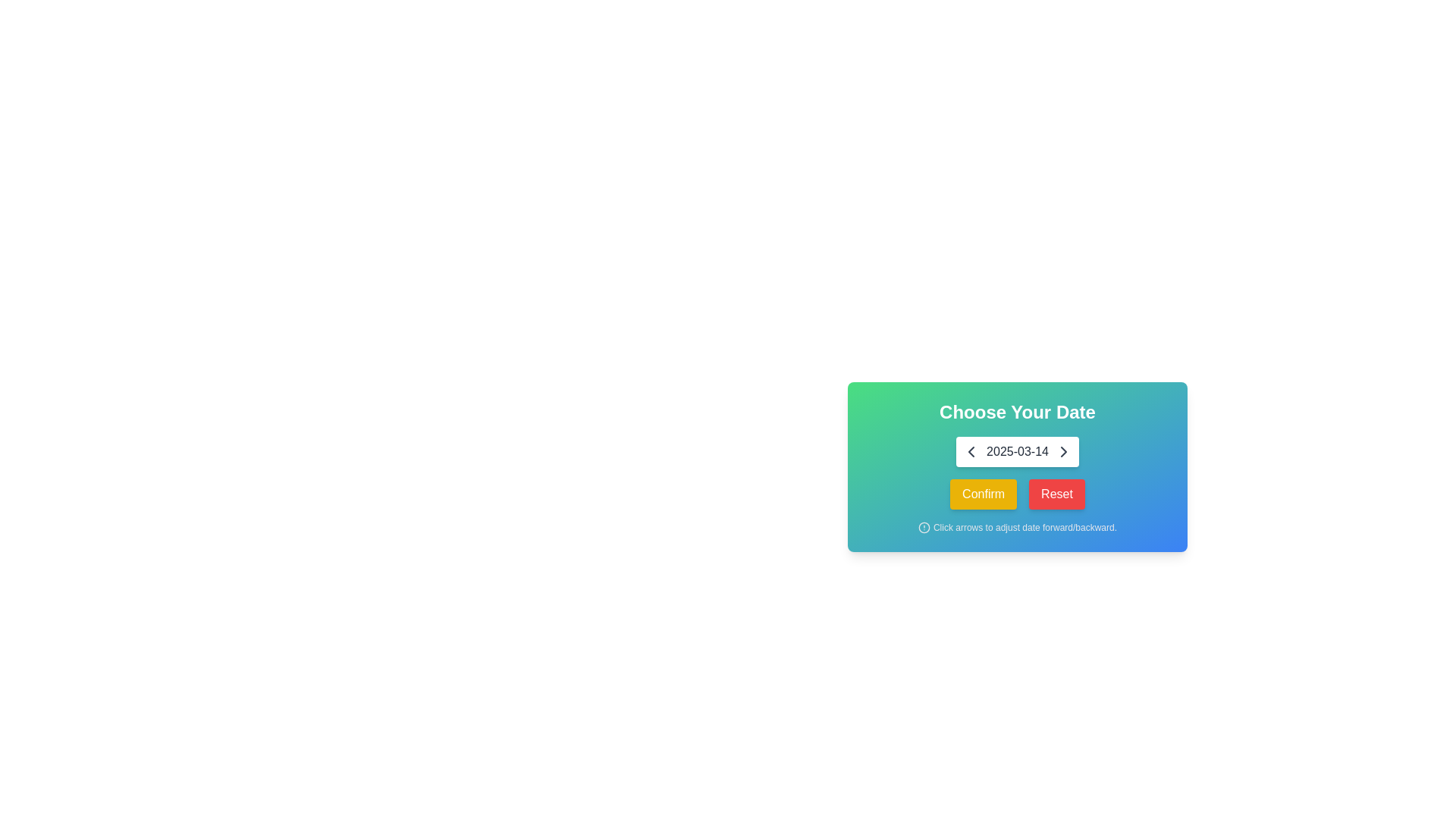 The width and height of the screenshot is (1456, 819). What do you see at coordinates (1062, 451) in the screenshot?
I see `the rightward-pointing chevron icon located to the right of the date input field in the date selection interface` at bounding box center [1062, 451].